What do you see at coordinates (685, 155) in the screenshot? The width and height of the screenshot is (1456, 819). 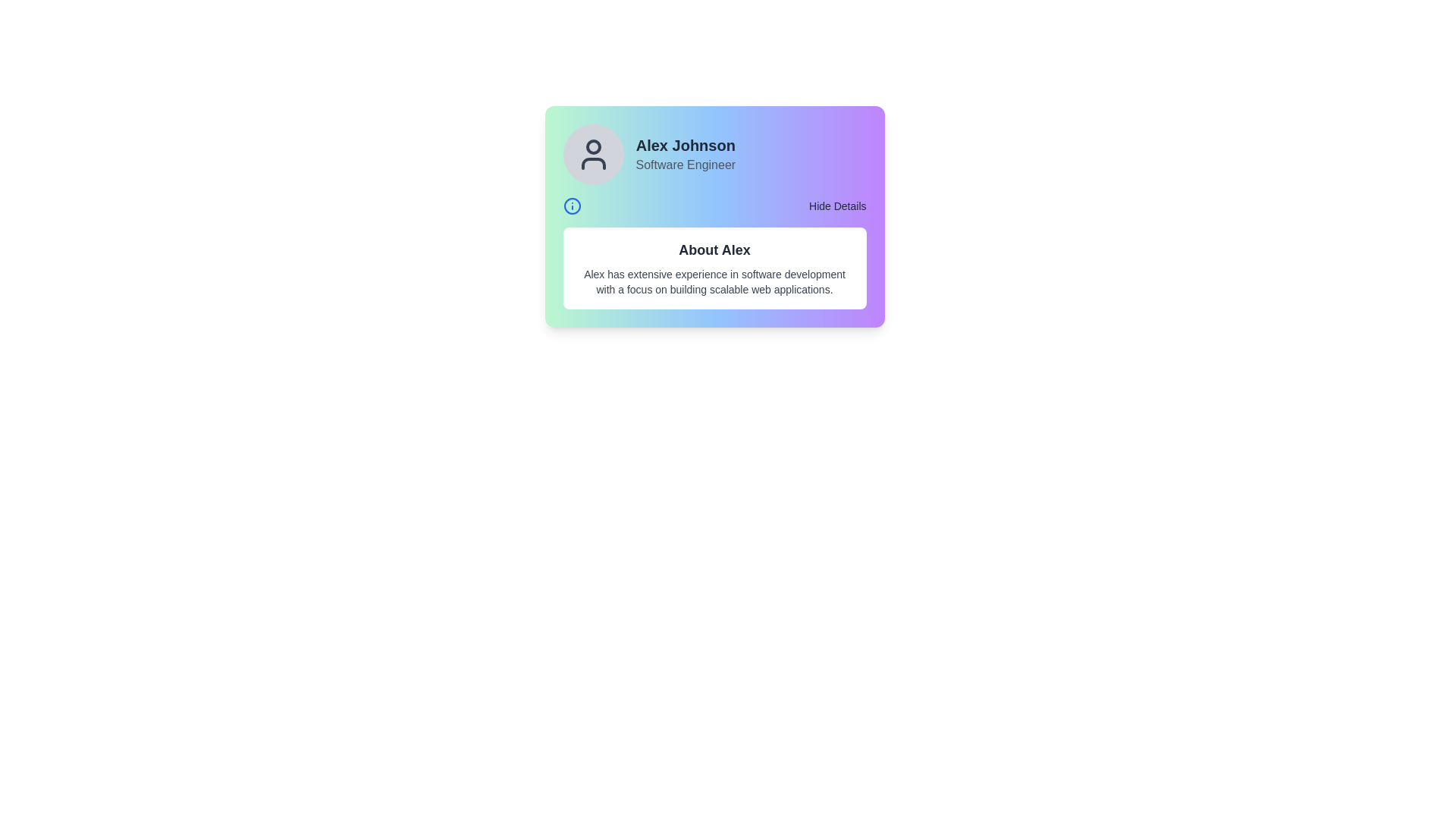 I see `the text block displaying 'Alex Johnson' and 'Software Engineer' to trigger the tooltip` at bounding box center [685, 155].